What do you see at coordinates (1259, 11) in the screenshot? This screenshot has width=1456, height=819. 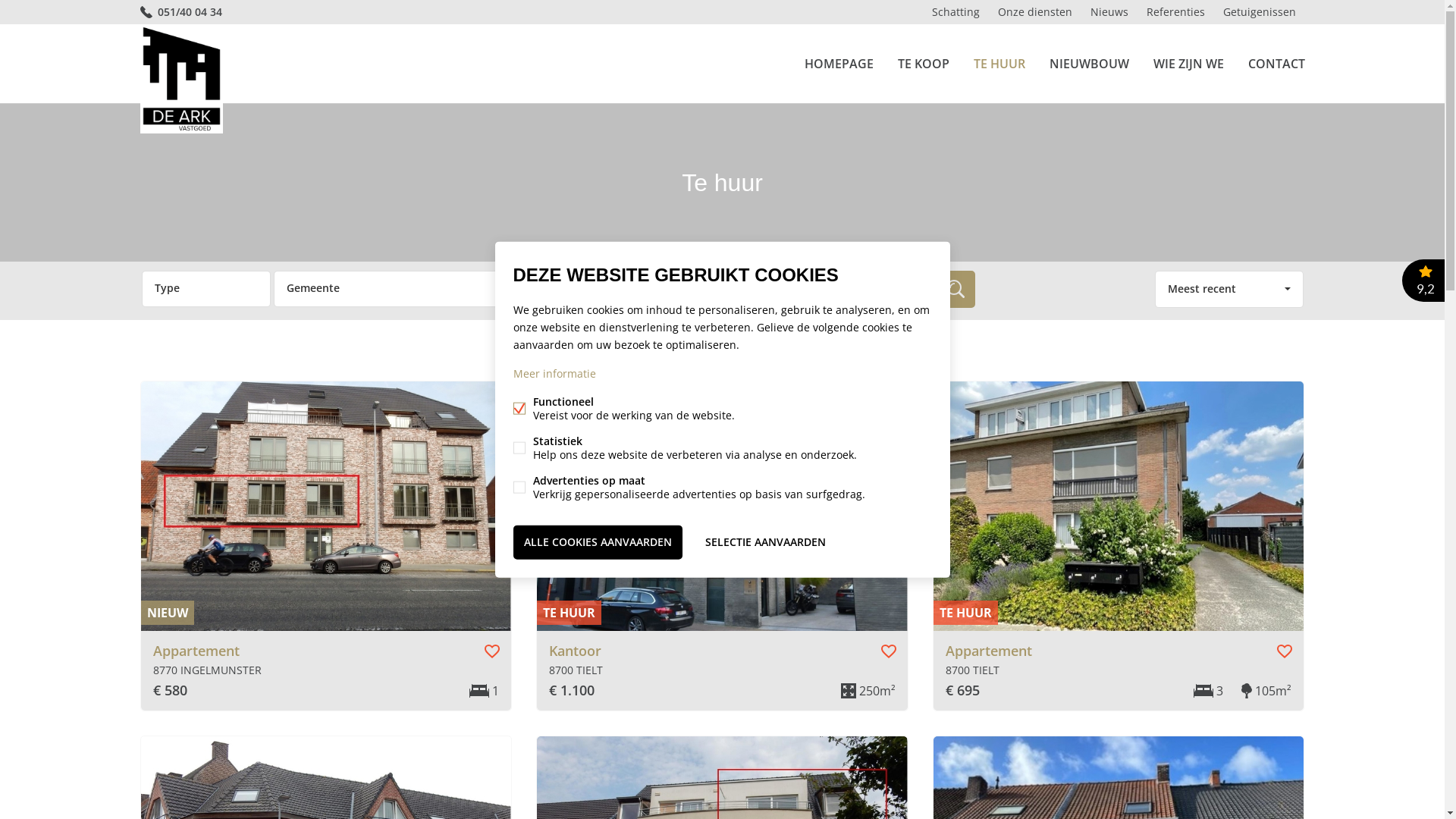 I see `'Getuigenissen'` at bounding box center [1259, 11].